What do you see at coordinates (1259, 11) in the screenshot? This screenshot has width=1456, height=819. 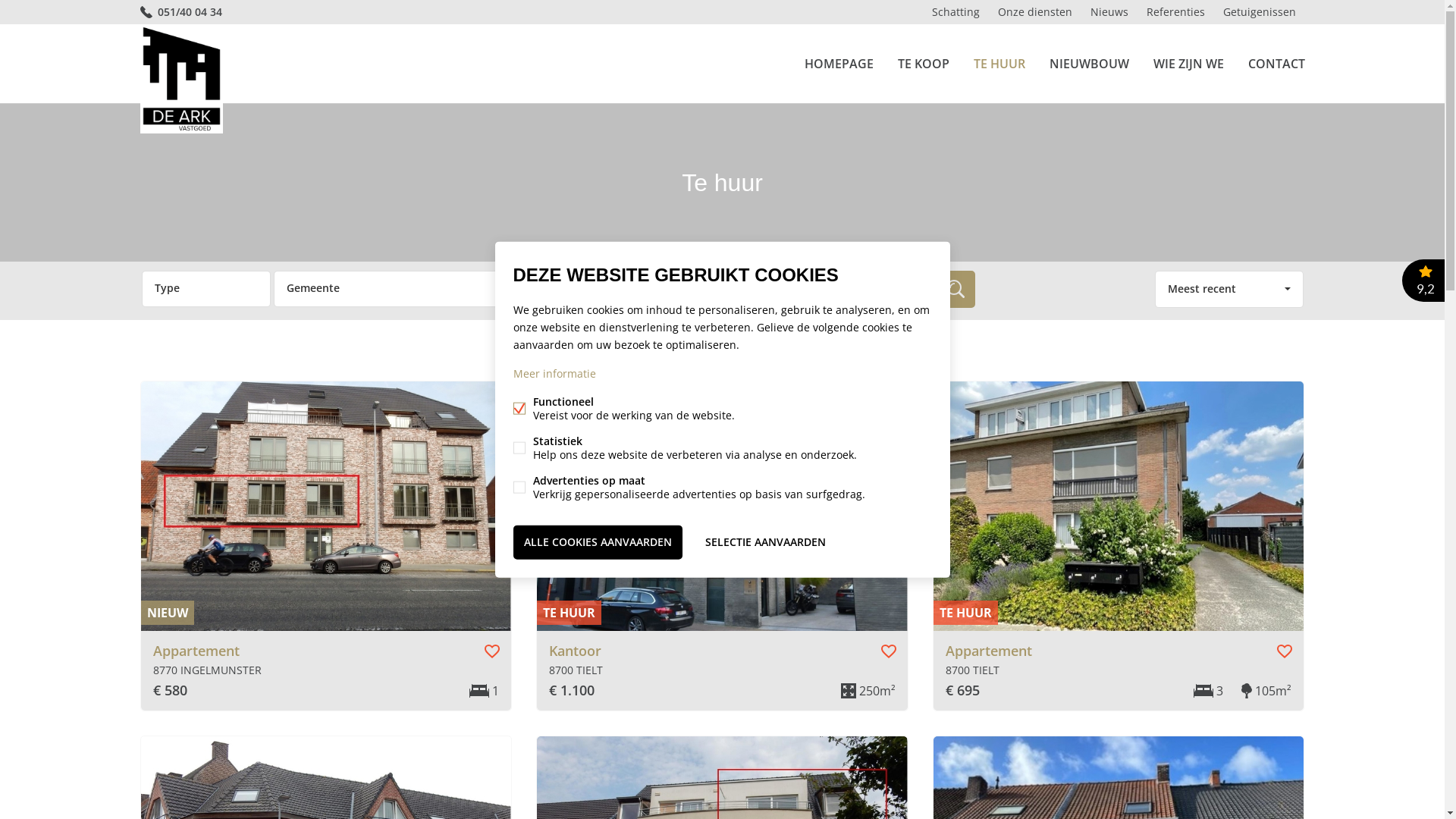 I see `'Getuigenissen'` at bounding box center [1259, 11].